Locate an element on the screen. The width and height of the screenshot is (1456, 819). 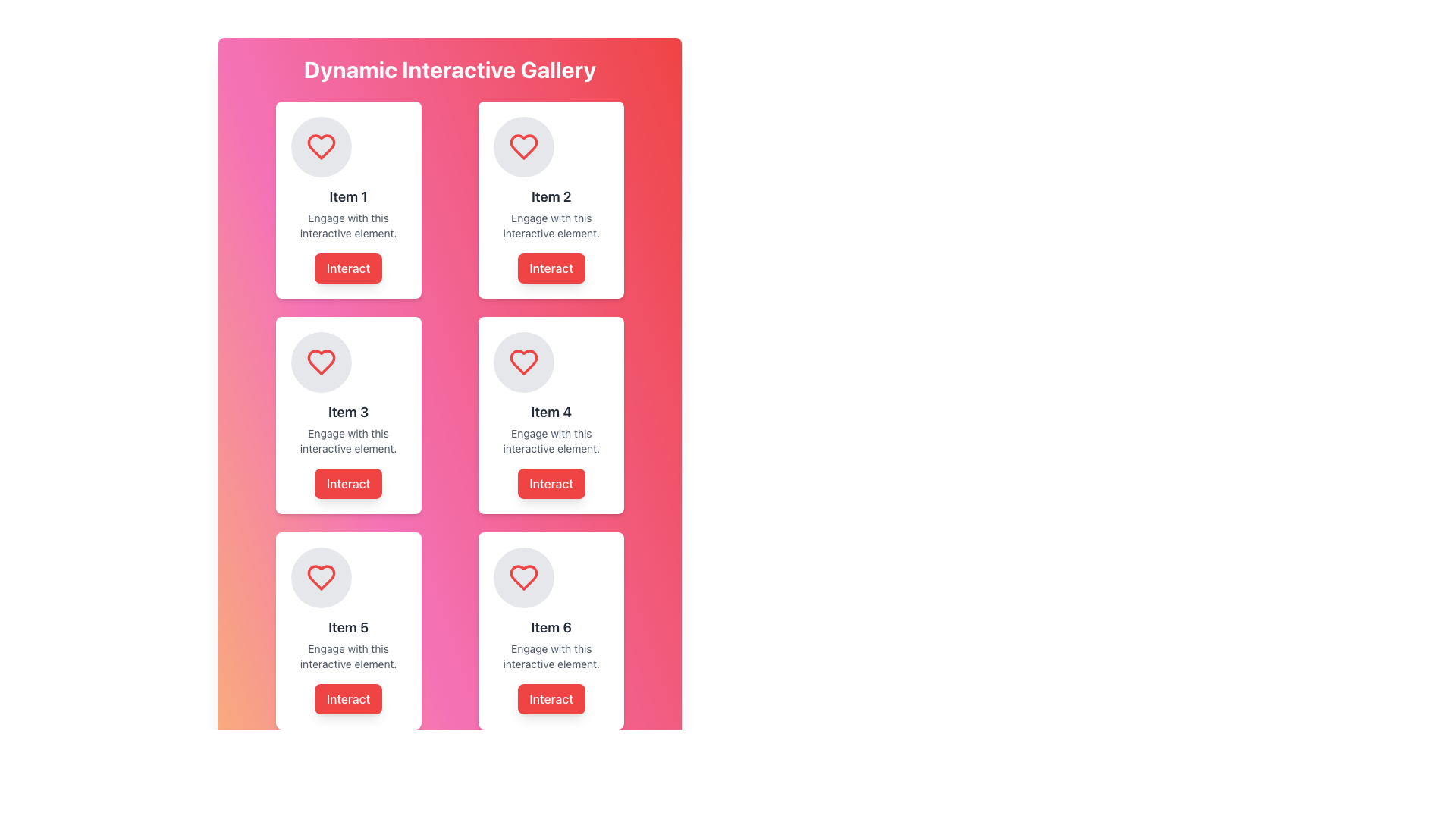
the button located at the bottom of the 'Item 4' card is located at coordinates (551, 483).